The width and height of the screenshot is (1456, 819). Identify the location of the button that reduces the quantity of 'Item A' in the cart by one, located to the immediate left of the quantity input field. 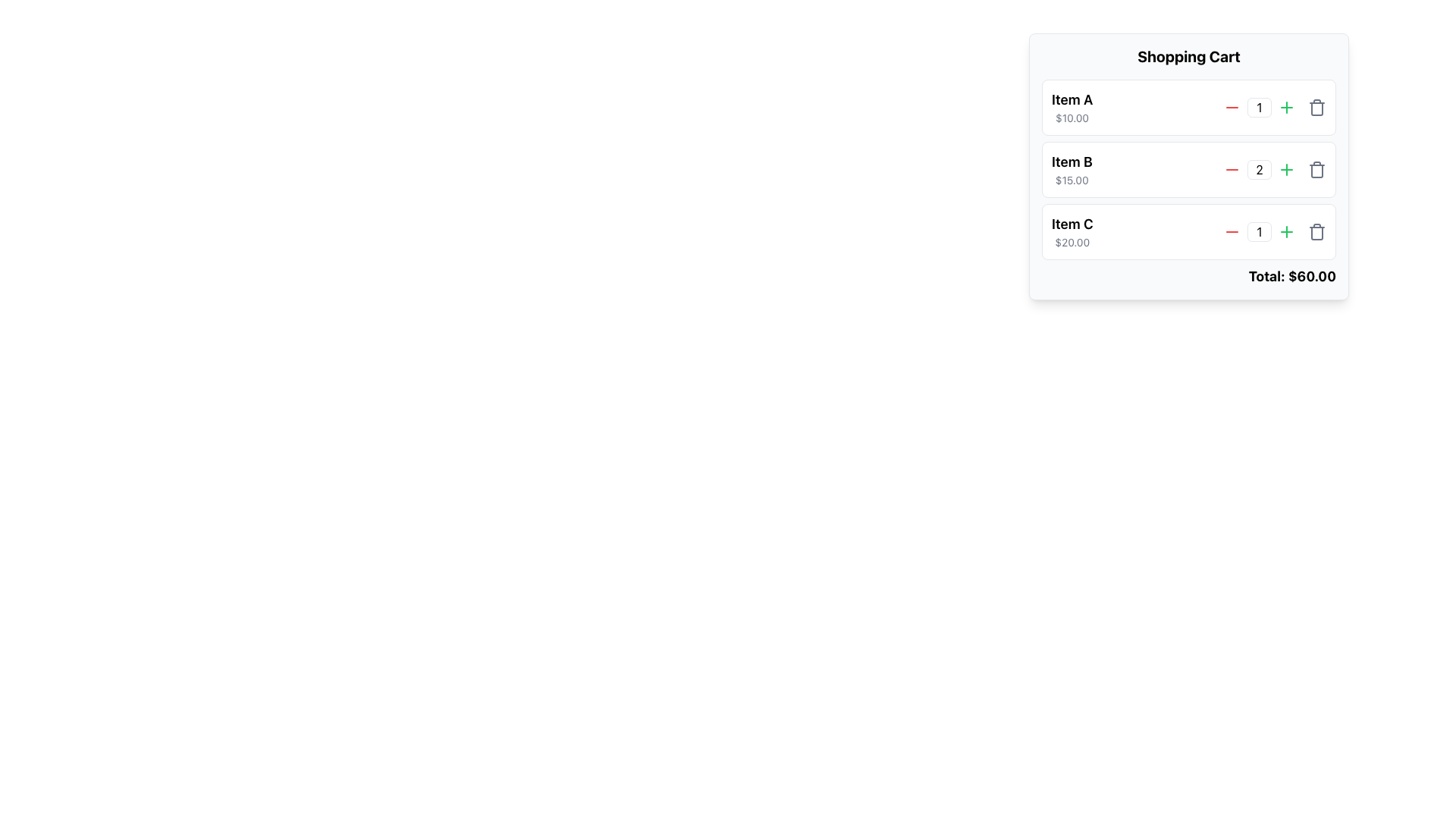
(1232, 107).